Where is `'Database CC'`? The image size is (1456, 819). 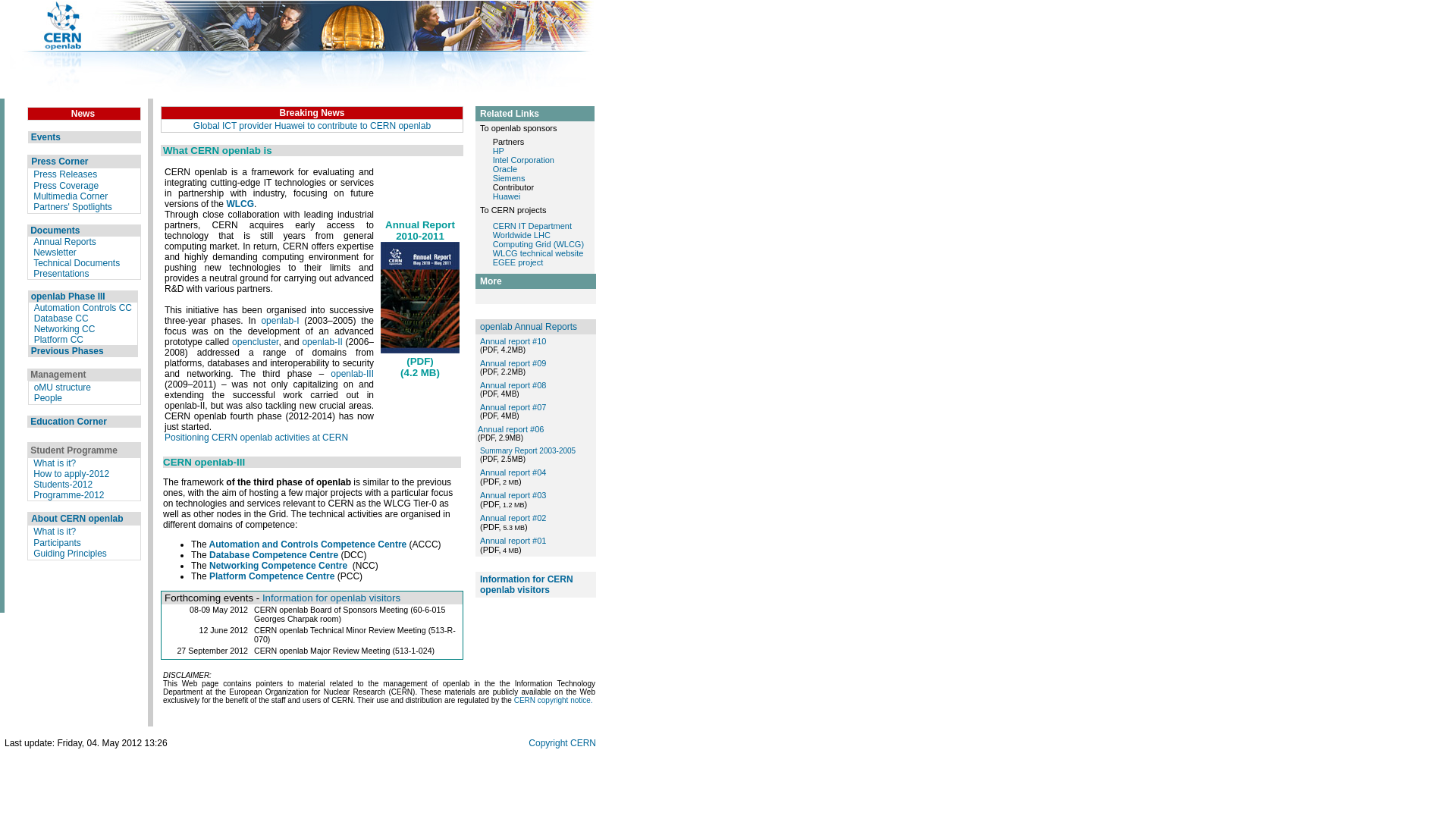 'Database CC' is located at coordinates (61, 318).